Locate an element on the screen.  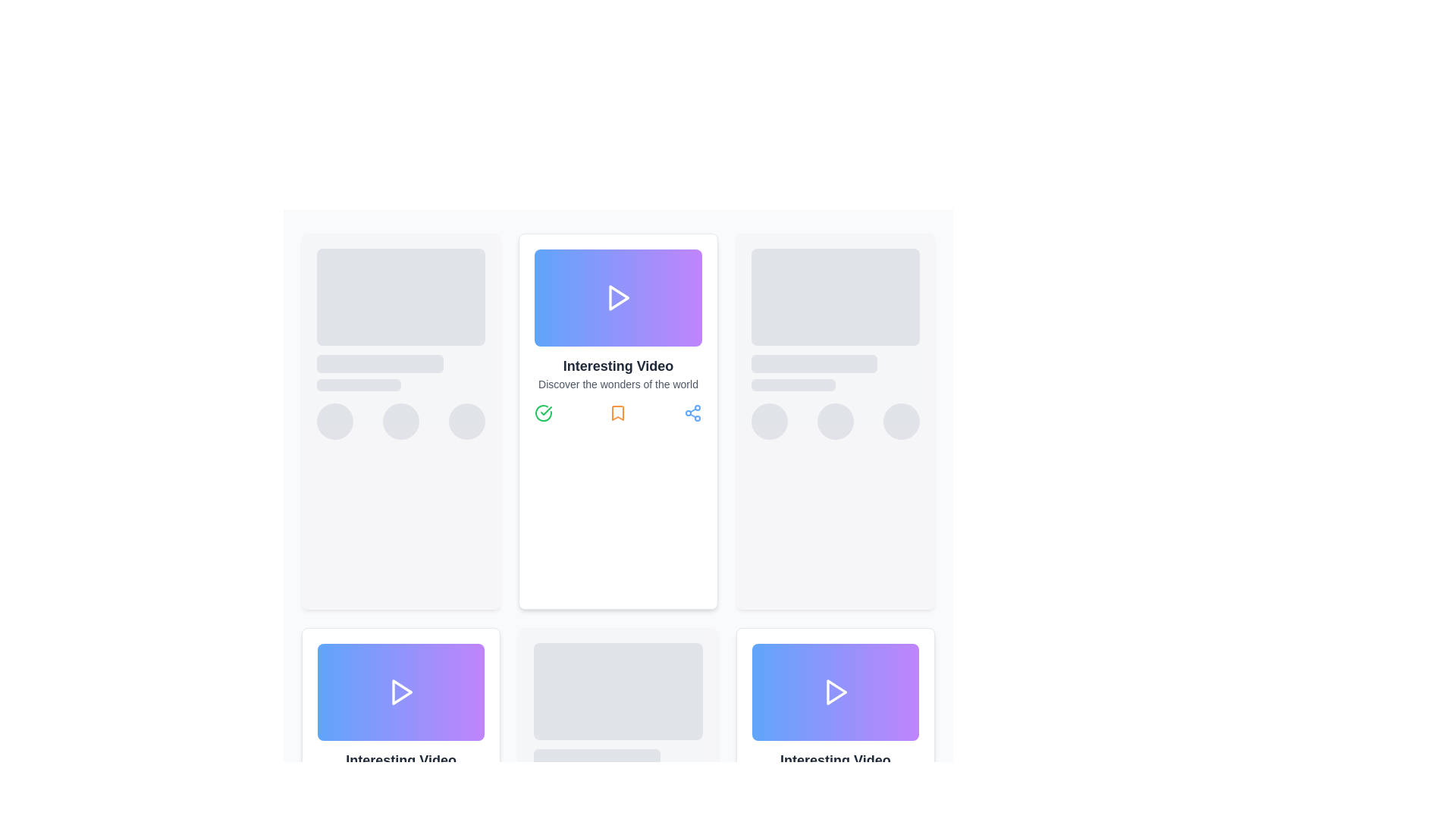
the triangular play icon, which is outlined and tilted to the right, located within a gradient background panel labeled 'Interesting Video' is located at coordinates (834, 692).